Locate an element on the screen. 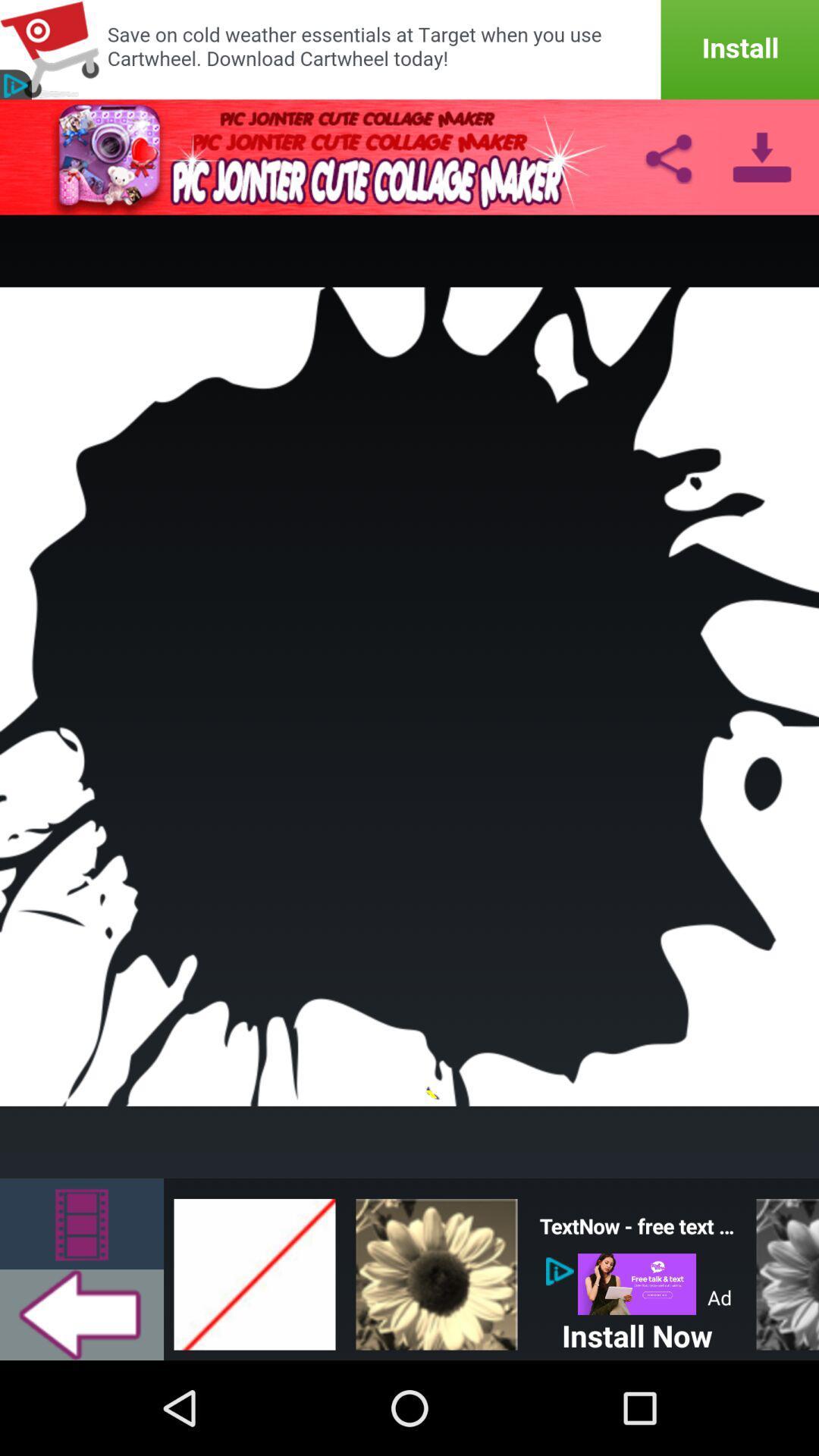  advertisement is located at coordinates (637, 1283).